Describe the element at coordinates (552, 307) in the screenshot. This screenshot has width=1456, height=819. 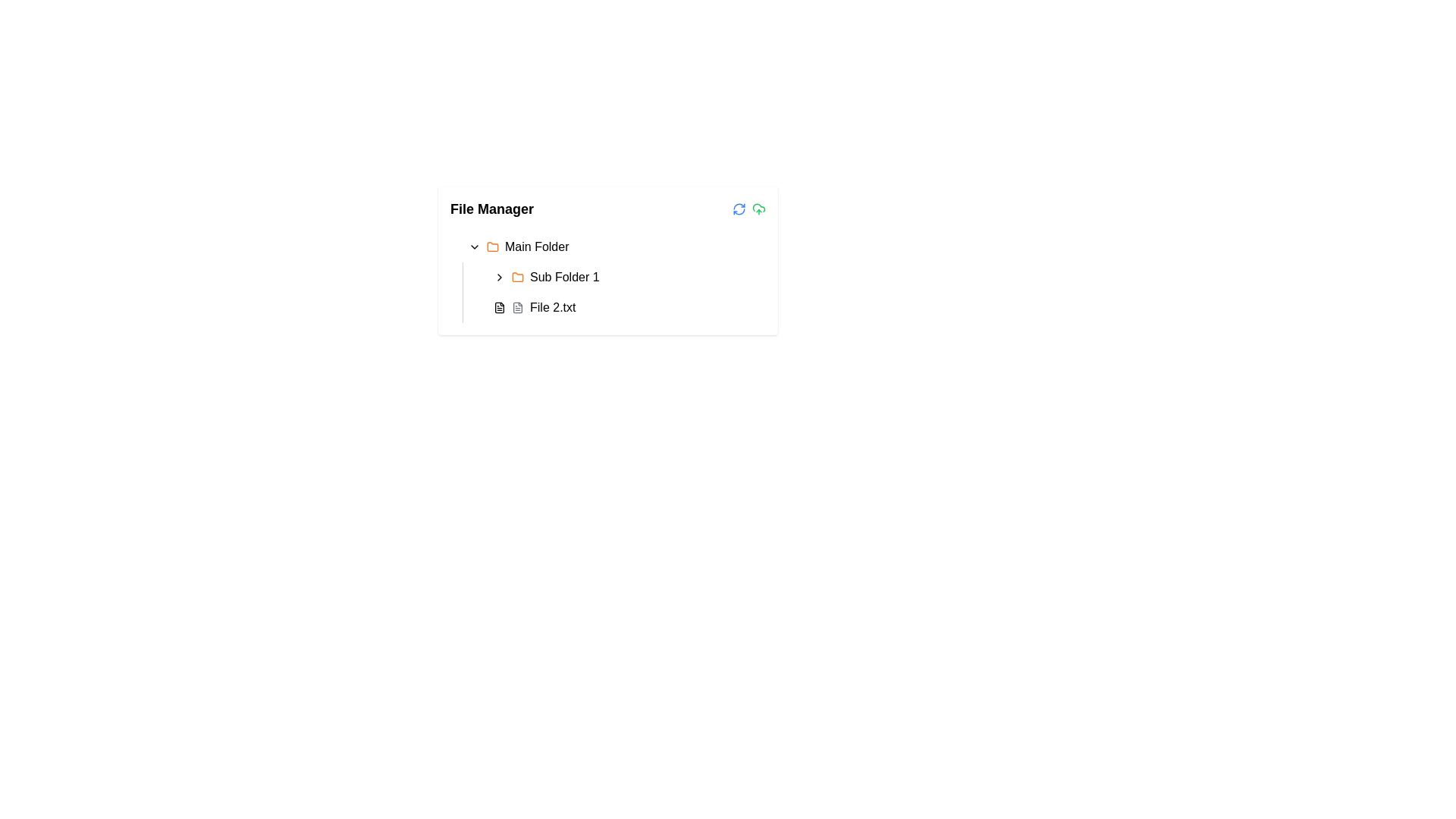
I see `the text label displaying 'File 2.txt'` at that location.